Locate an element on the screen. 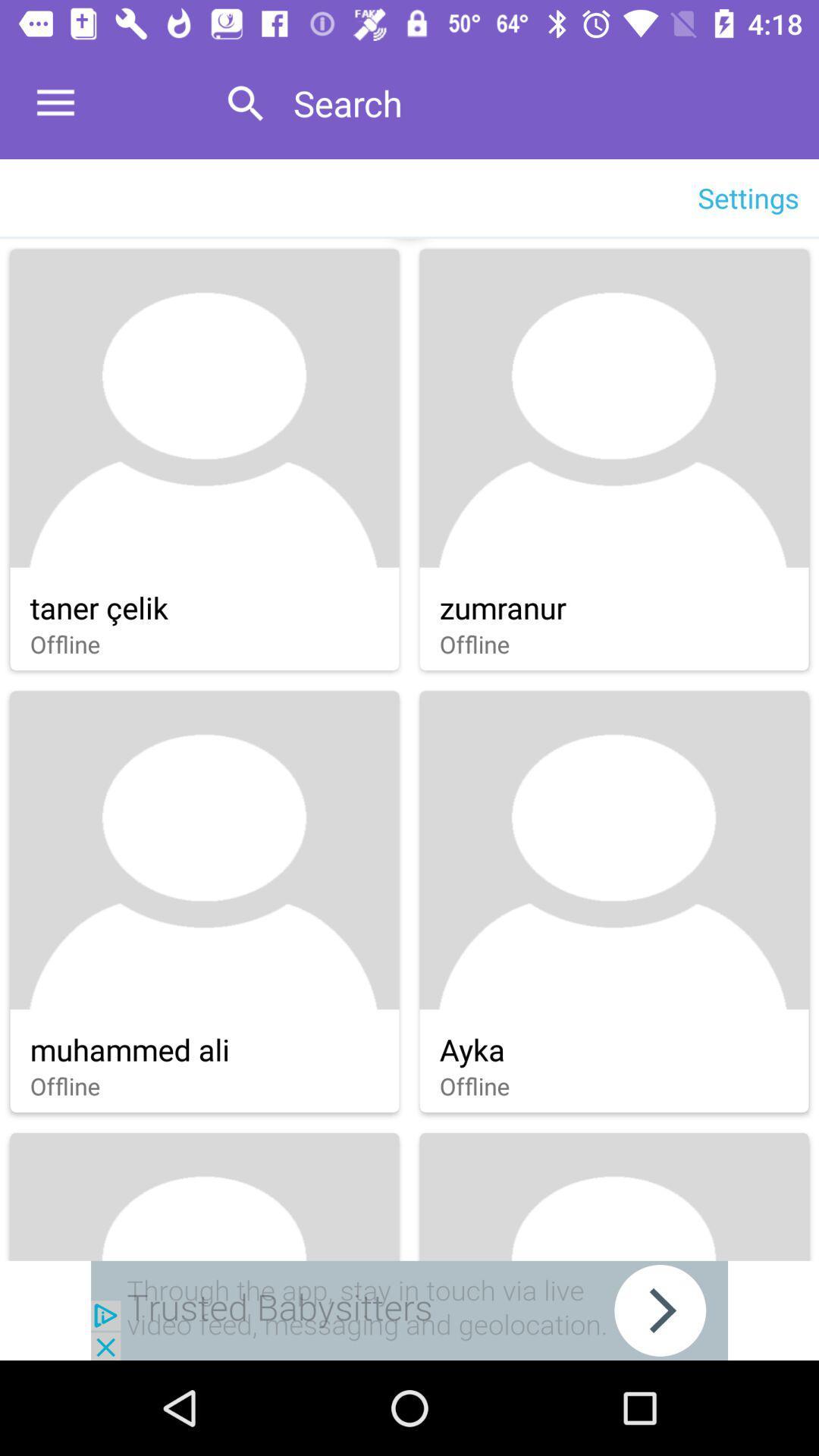  the profile zumranur is located at coordinates (614, 459).